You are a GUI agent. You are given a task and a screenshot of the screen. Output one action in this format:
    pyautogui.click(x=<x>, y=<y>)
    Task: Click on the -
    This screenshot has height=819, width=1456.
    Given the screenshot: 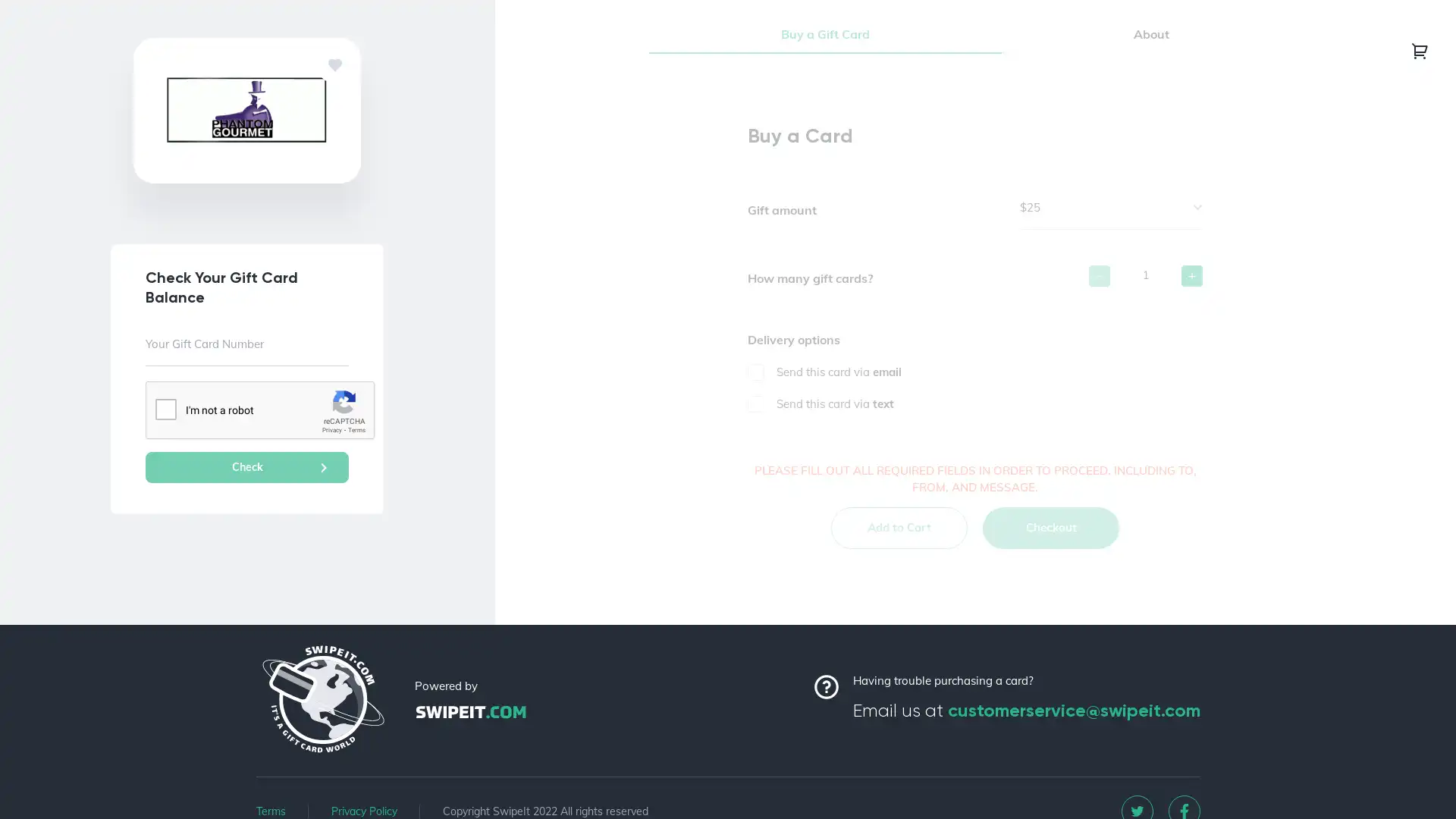 What is the action you would take?
    pyautogui.click(x=1099, y=291)
    